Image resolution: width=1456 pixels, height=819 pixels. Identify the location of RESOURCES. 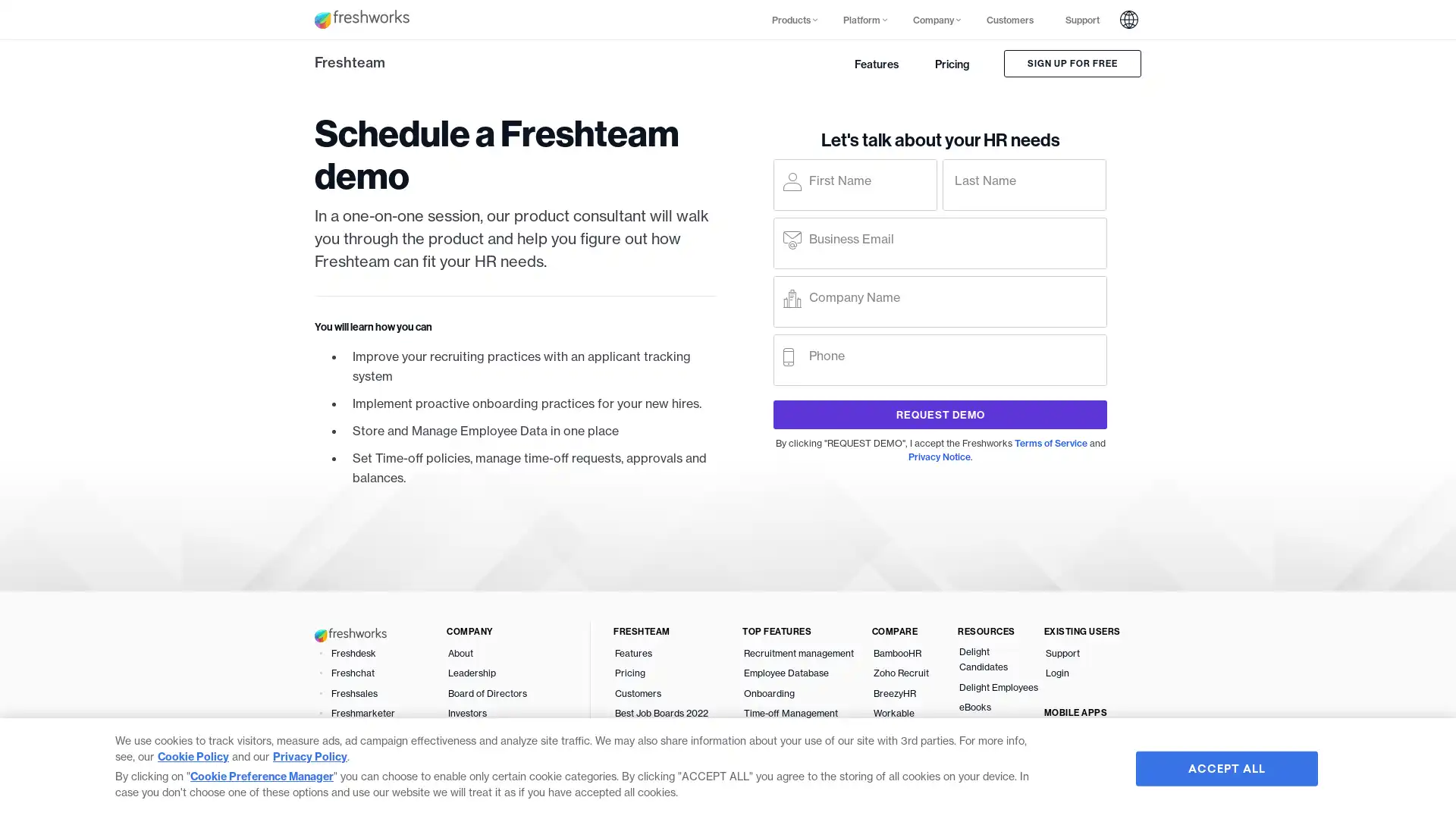
(1000, 631).